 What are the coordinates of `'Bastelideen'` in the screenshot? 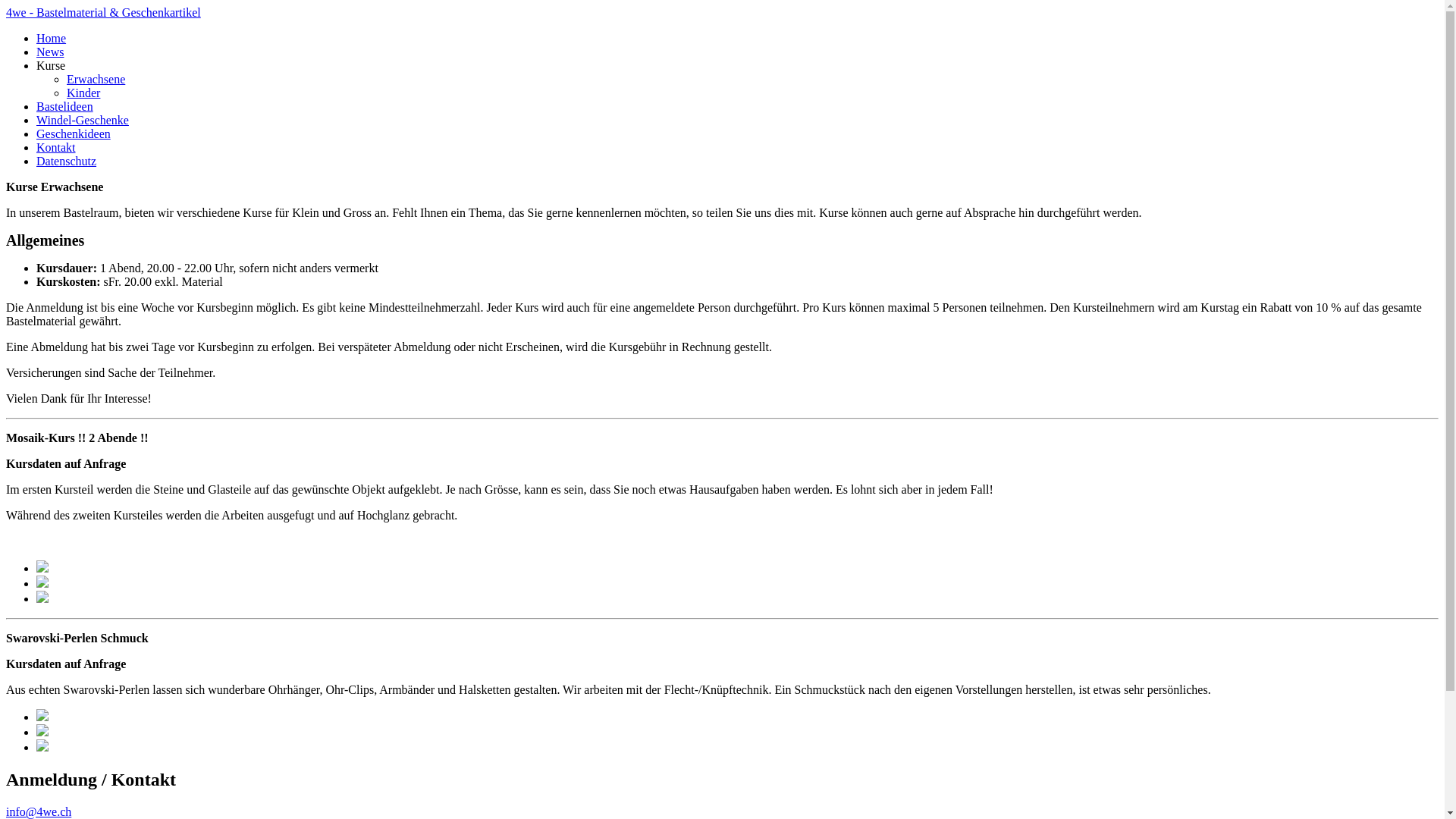 It's located at (64, 105).